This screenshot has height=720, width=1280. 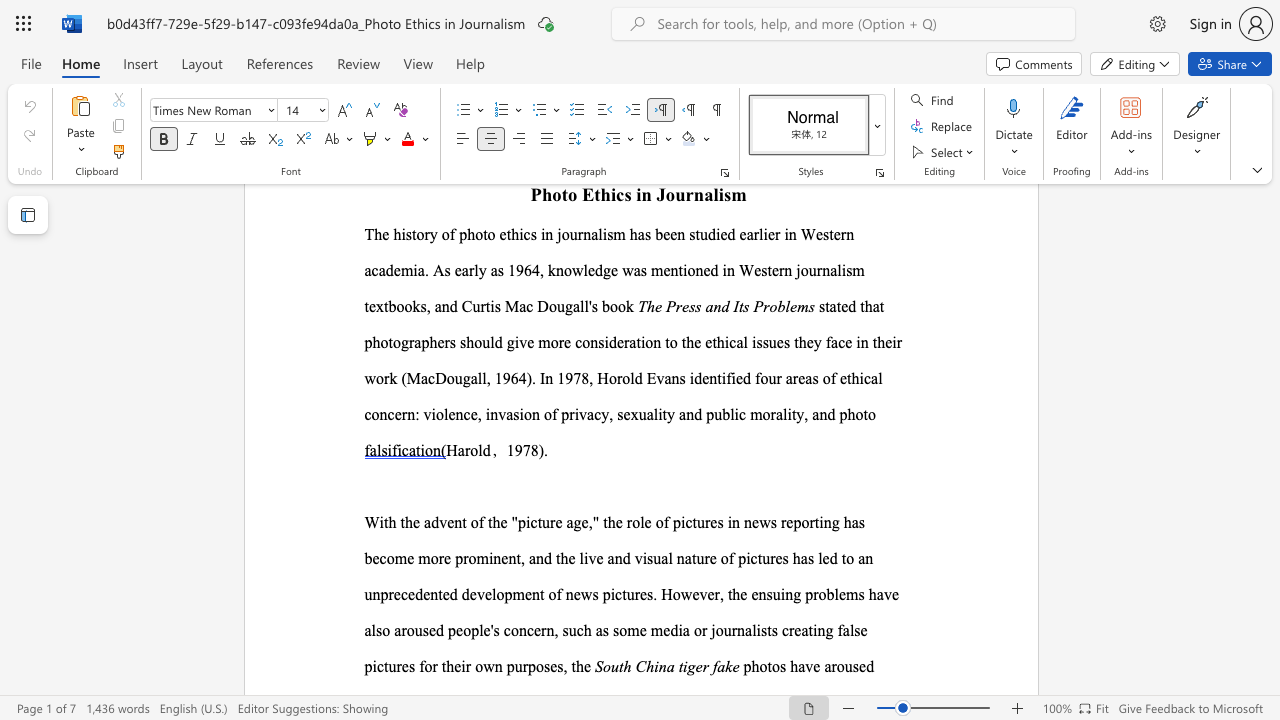 What do you see at coordinates (531, 378) in the screenshot?
I see `the subset text ". In 1978, Horold Evan" within the text ". In 1978, Horold Evans"` at bounding box center [531, 378].